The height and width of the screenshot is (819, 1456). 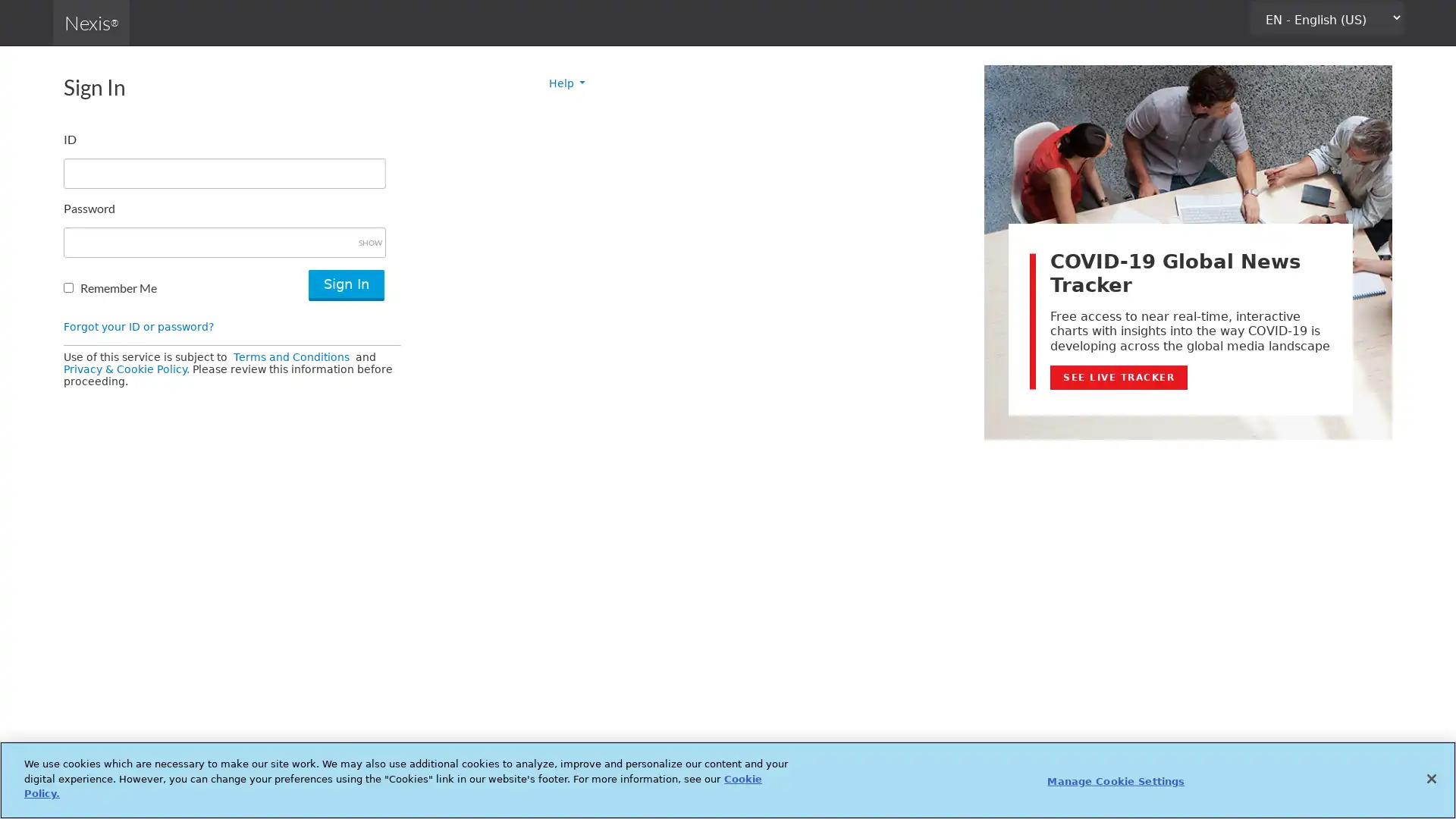 What do you see at coordinates (345, 285) in the screenshot?
I see `Sign In` at bounding box center [345, 285].